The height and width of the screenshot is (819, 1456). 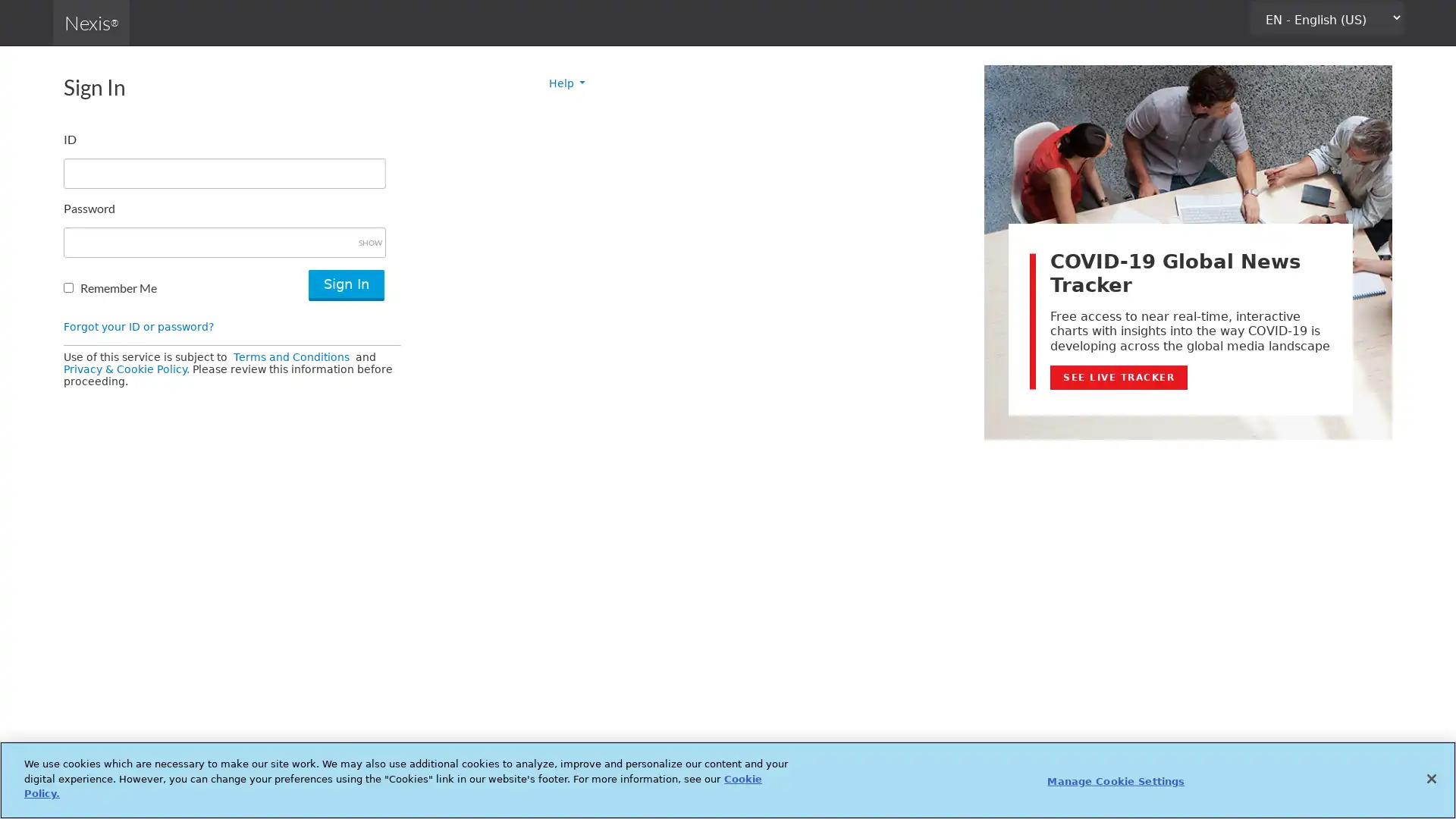 What do you see at coordinates (345, 285) in the screenshot?
I see `Sign In` at bounding box center [345, 285].